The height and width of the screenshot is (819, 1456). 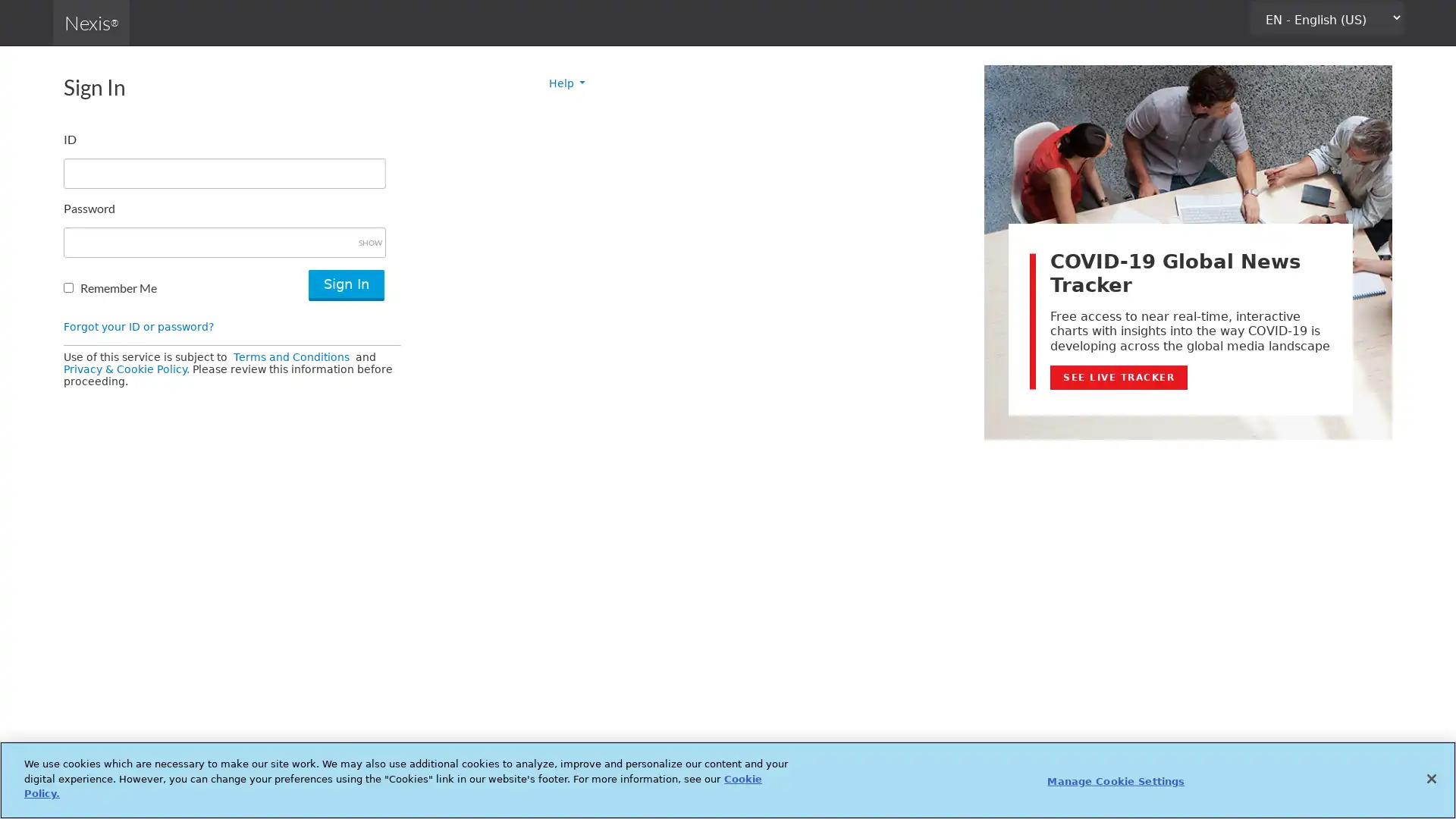 What do you see at coordinates (345, 285) in the screenshot?
I see `Sign In` at bounding box center [345, 285].